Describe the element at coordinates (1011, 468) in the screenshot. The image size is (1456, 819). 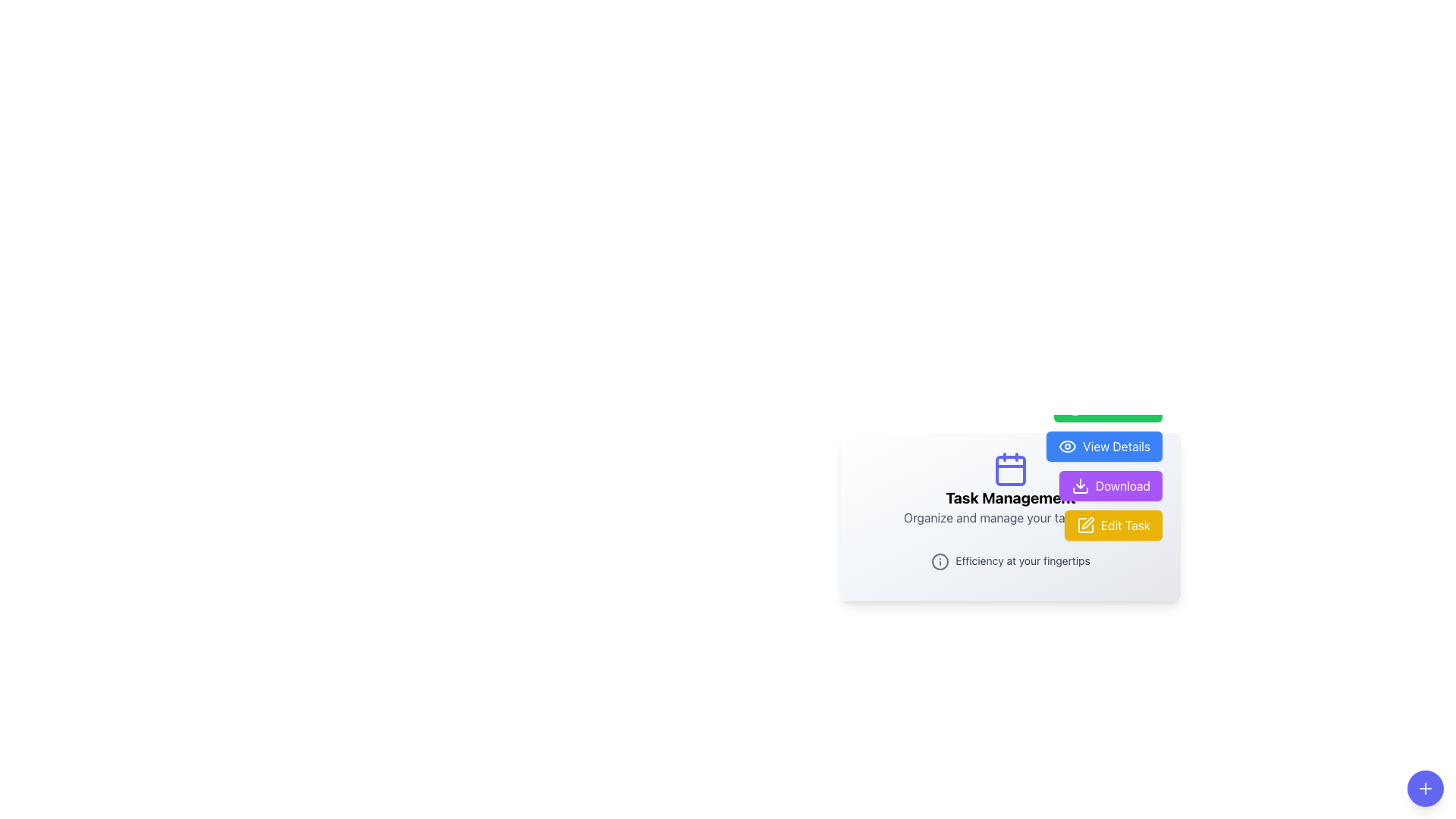
I see `the indigo calendar icon located above the 'Task Management' title` at that location.